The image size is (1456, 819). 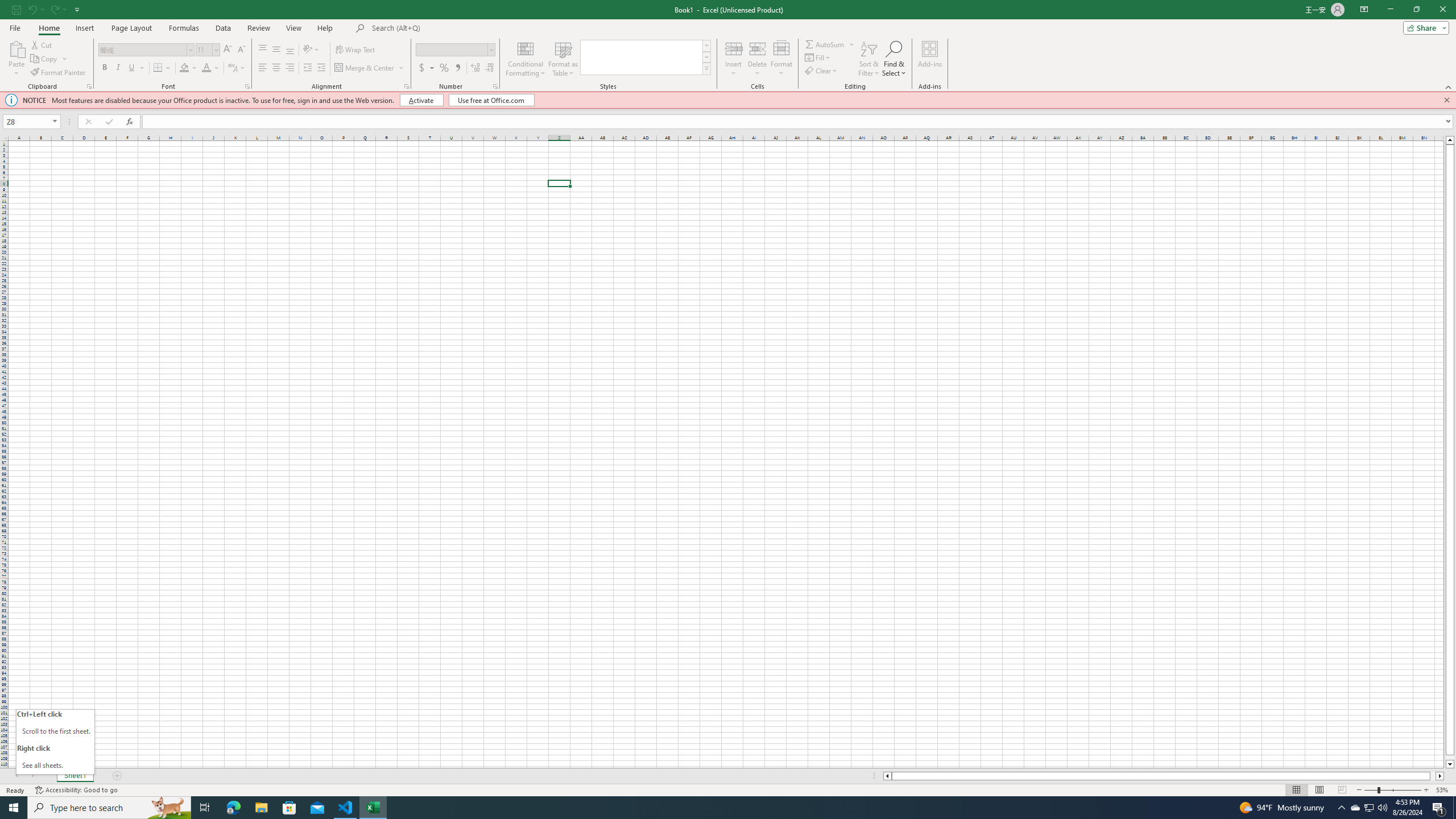 I want to click on 'Restore Down', so click(x=1416, y=9).